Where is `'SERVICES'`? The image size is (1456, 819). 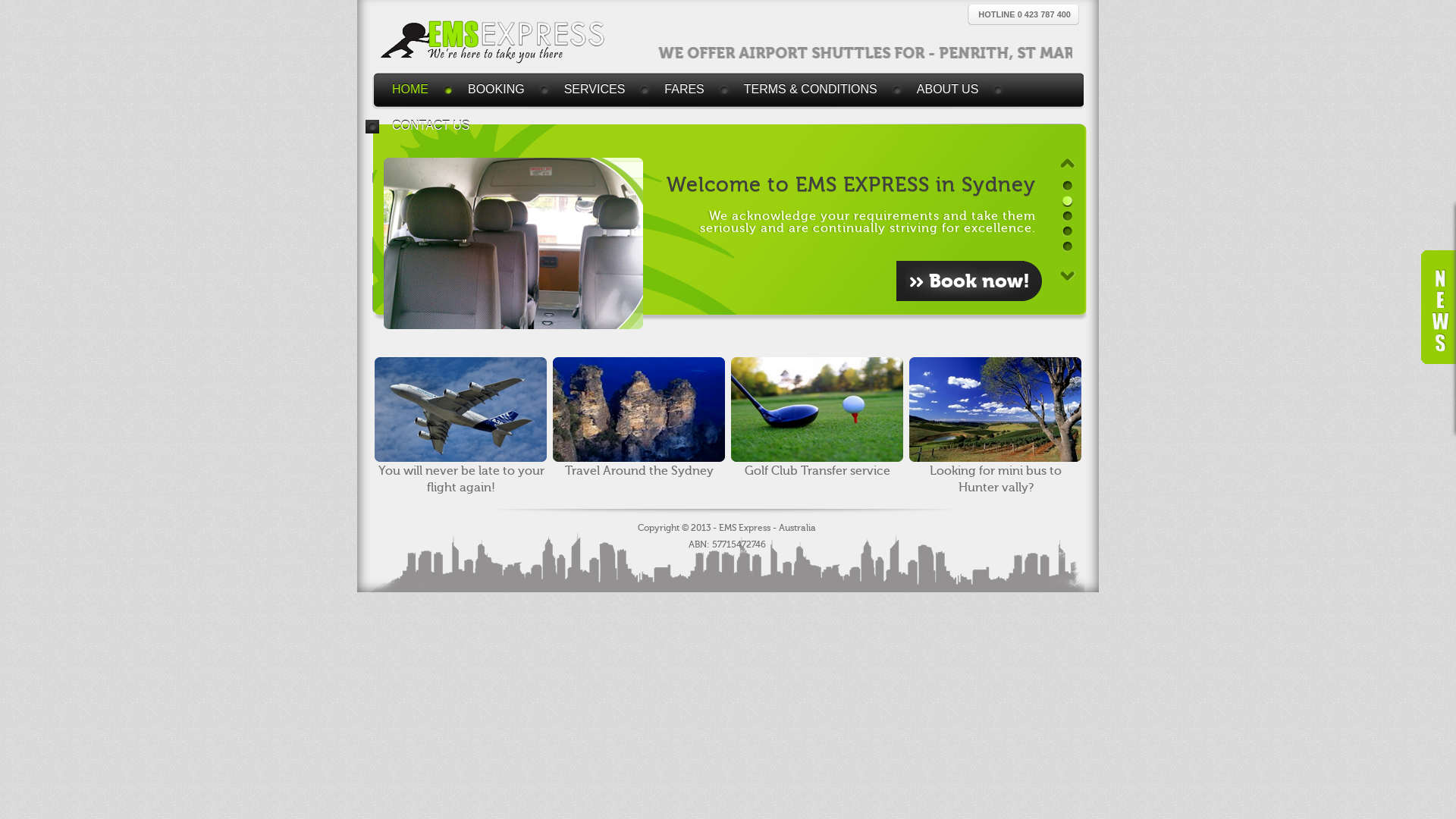
'SERVICES' is located at coordinates (598, 89).